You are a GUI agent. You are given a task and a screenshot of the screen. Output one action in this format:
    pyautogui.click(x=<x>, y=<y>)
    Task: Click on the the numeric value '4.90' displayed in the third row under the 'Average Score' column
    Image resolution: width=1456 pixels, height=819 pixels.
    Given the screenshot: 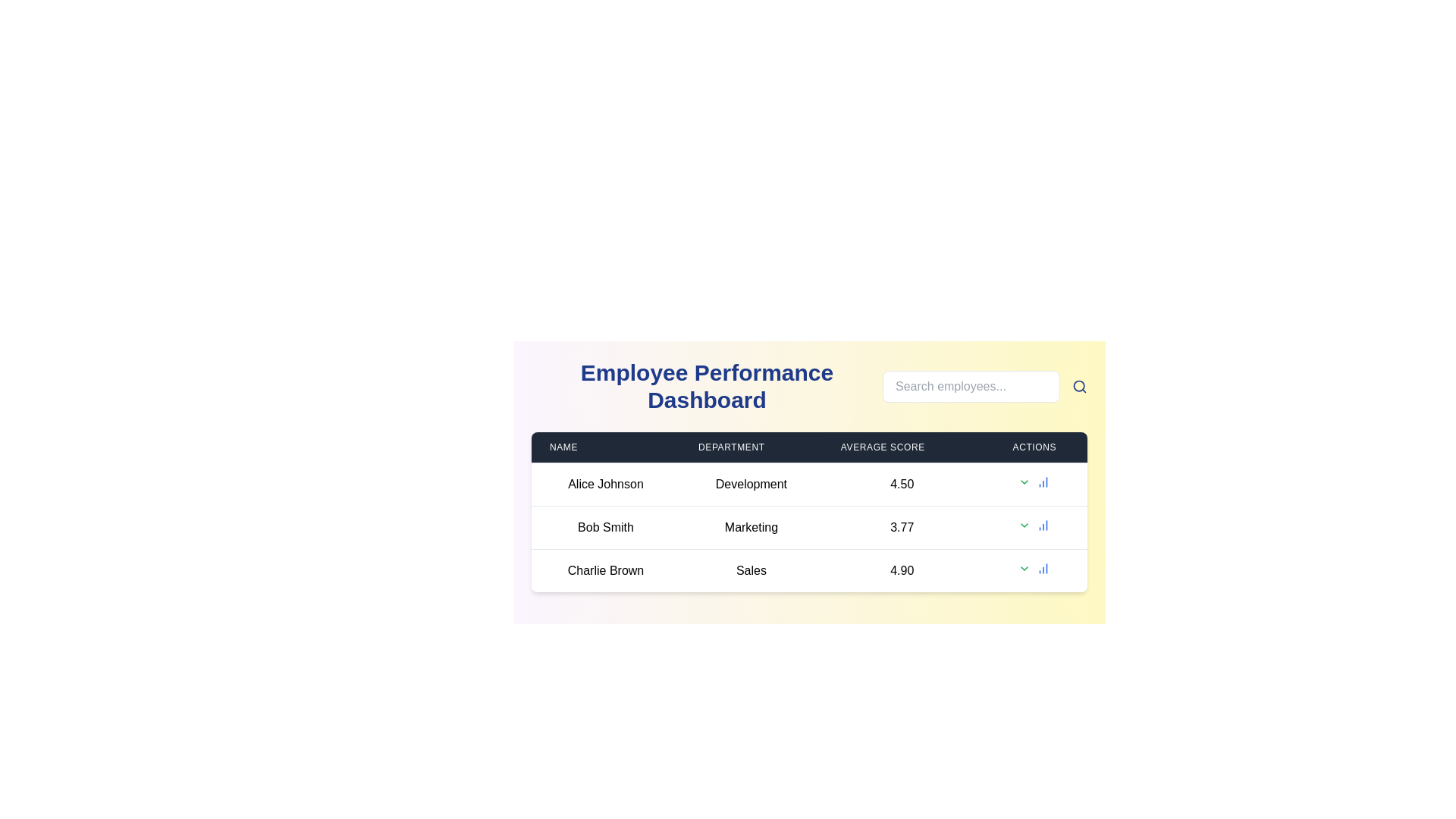 What is the action you would take?
    pyautogui.click(x=902, y=570)
    